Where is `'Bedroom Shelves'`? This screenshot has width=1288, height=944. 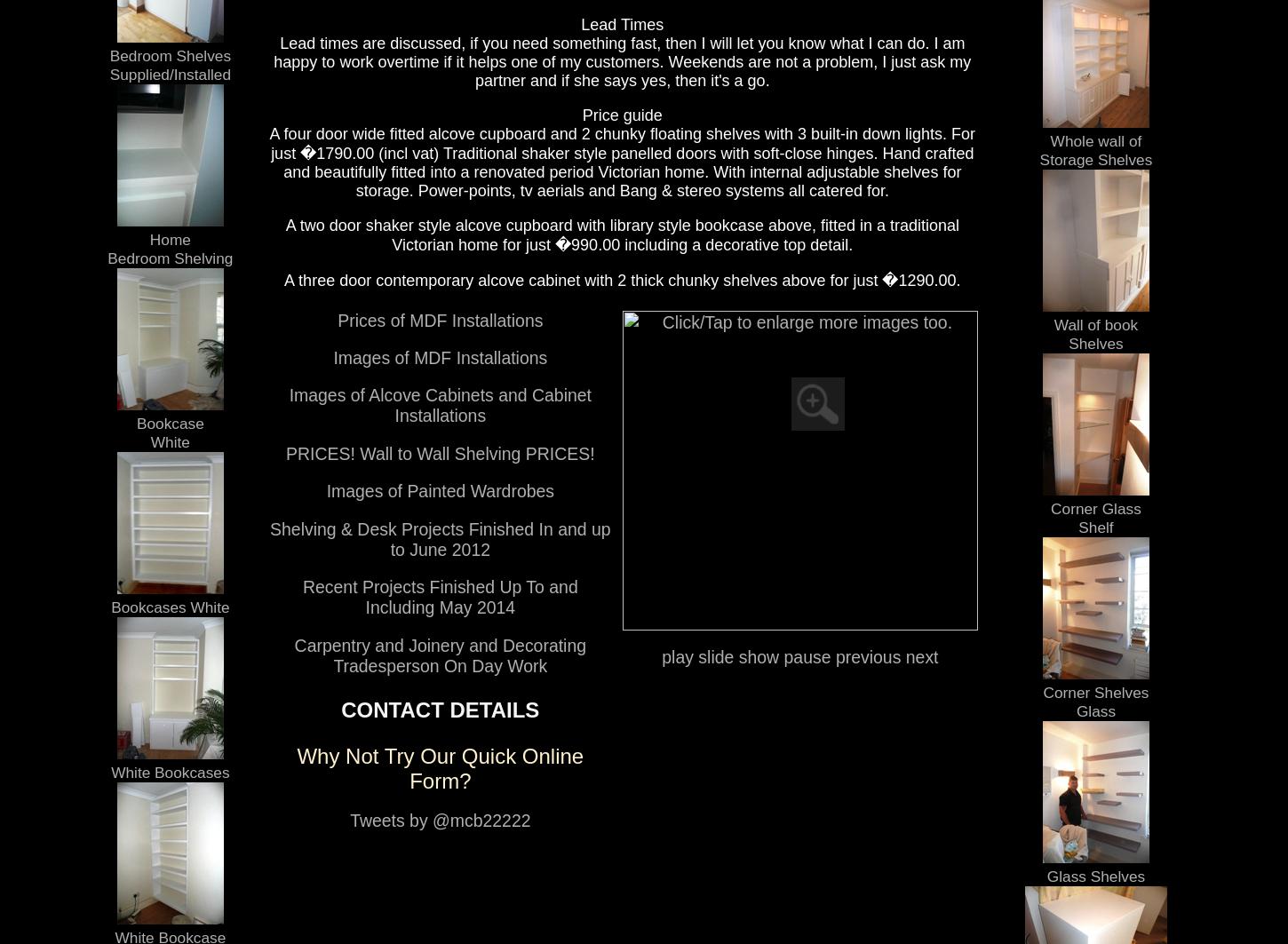 'Bedroom Shelves' is located at coordinates (107, 54).